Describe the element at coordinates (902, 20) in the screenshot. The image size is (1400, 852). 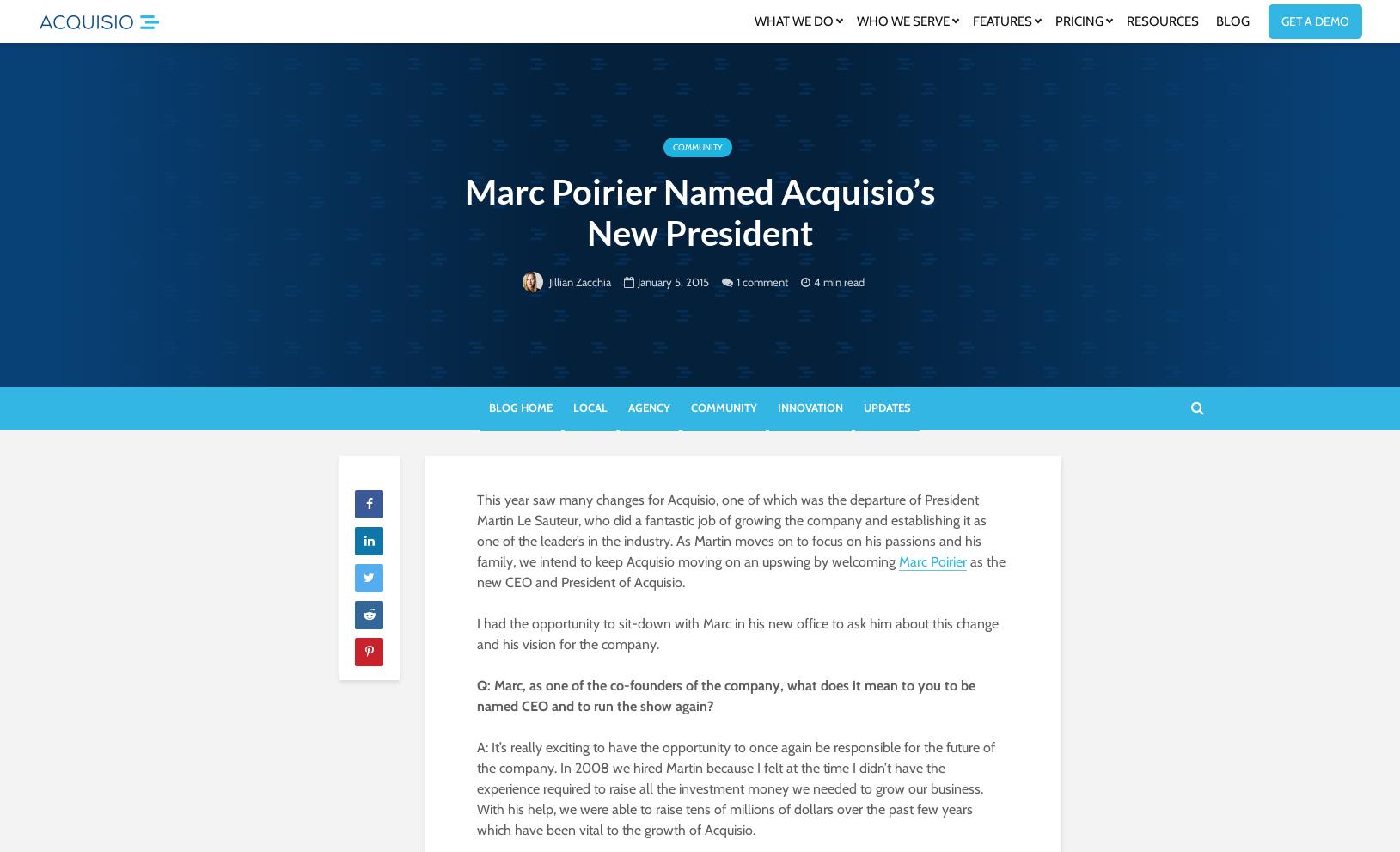
I see `'Who We Serve'` at that location.